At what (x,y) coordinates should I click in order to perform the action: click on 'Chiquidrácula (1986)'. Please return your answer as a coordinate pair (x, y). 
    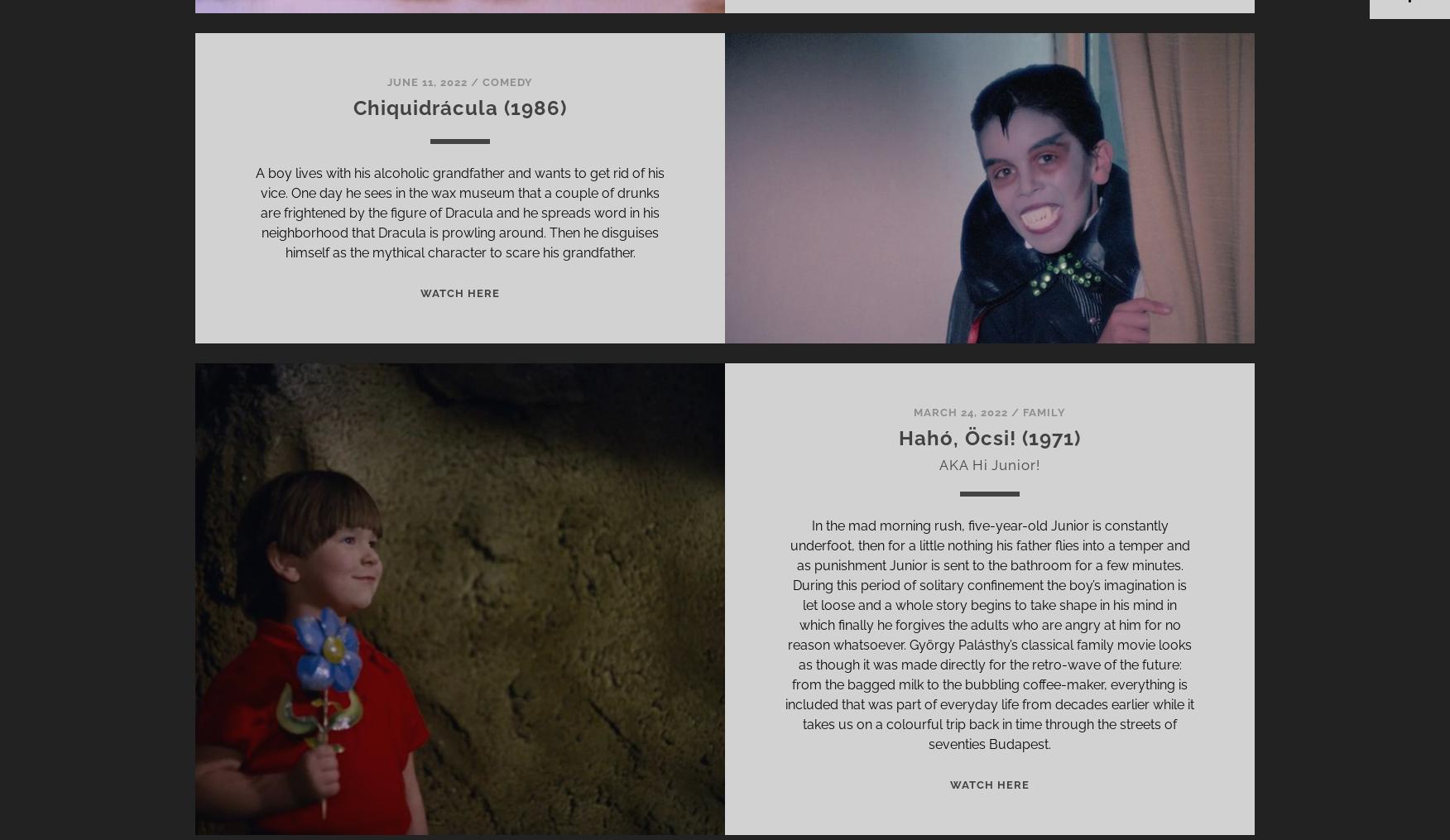
    Looking at the image, I should click on (459, 108).